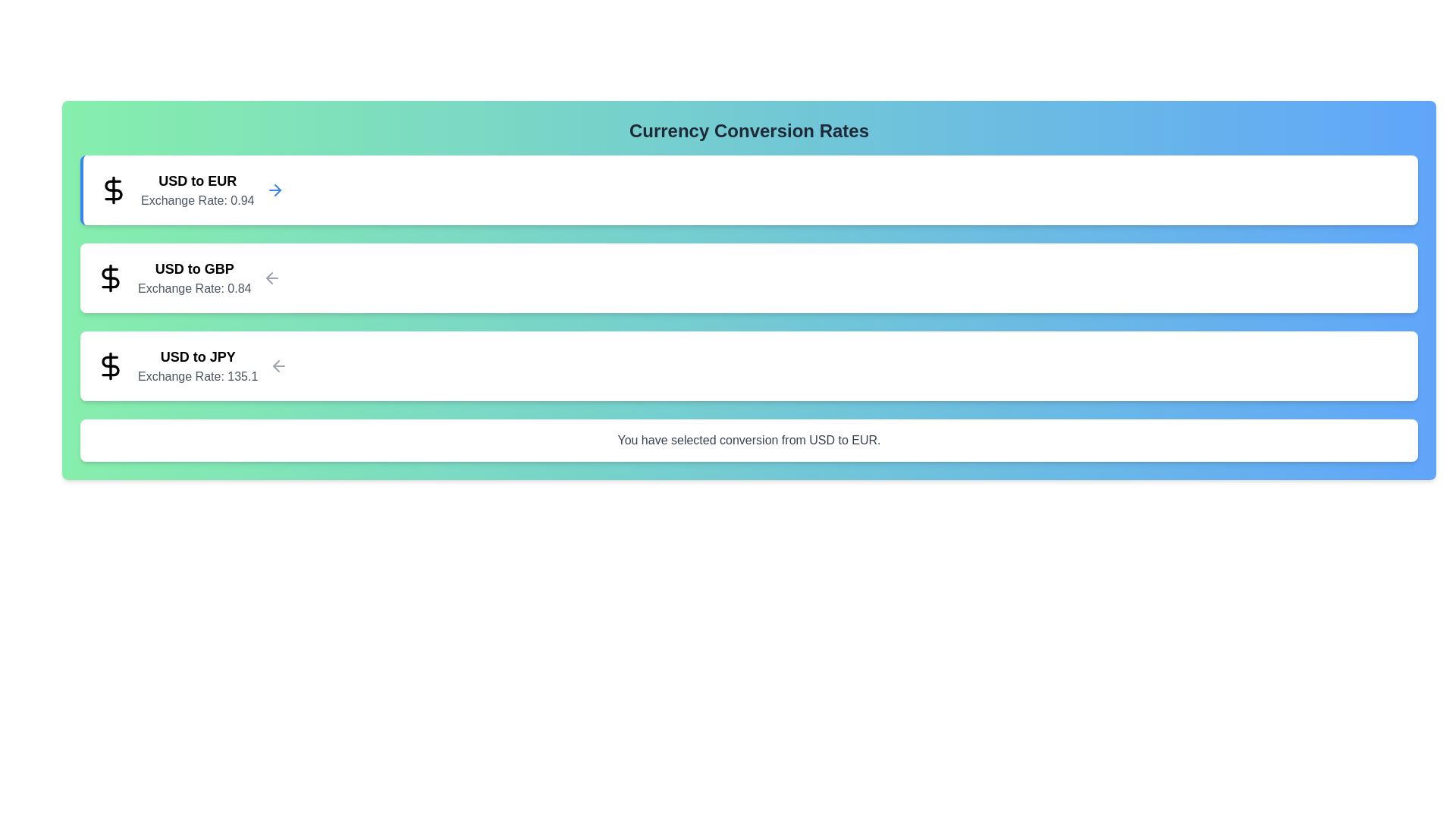 The image size is (1456, 819). Describe the element at coordinates (112, 189) in the screenshot. I see `the U.S. dollar currency icon located on the left side of the top card in the currency conversion interface, which displays the 'USD to EUR Exchange Rate: 0.94'` at that location.